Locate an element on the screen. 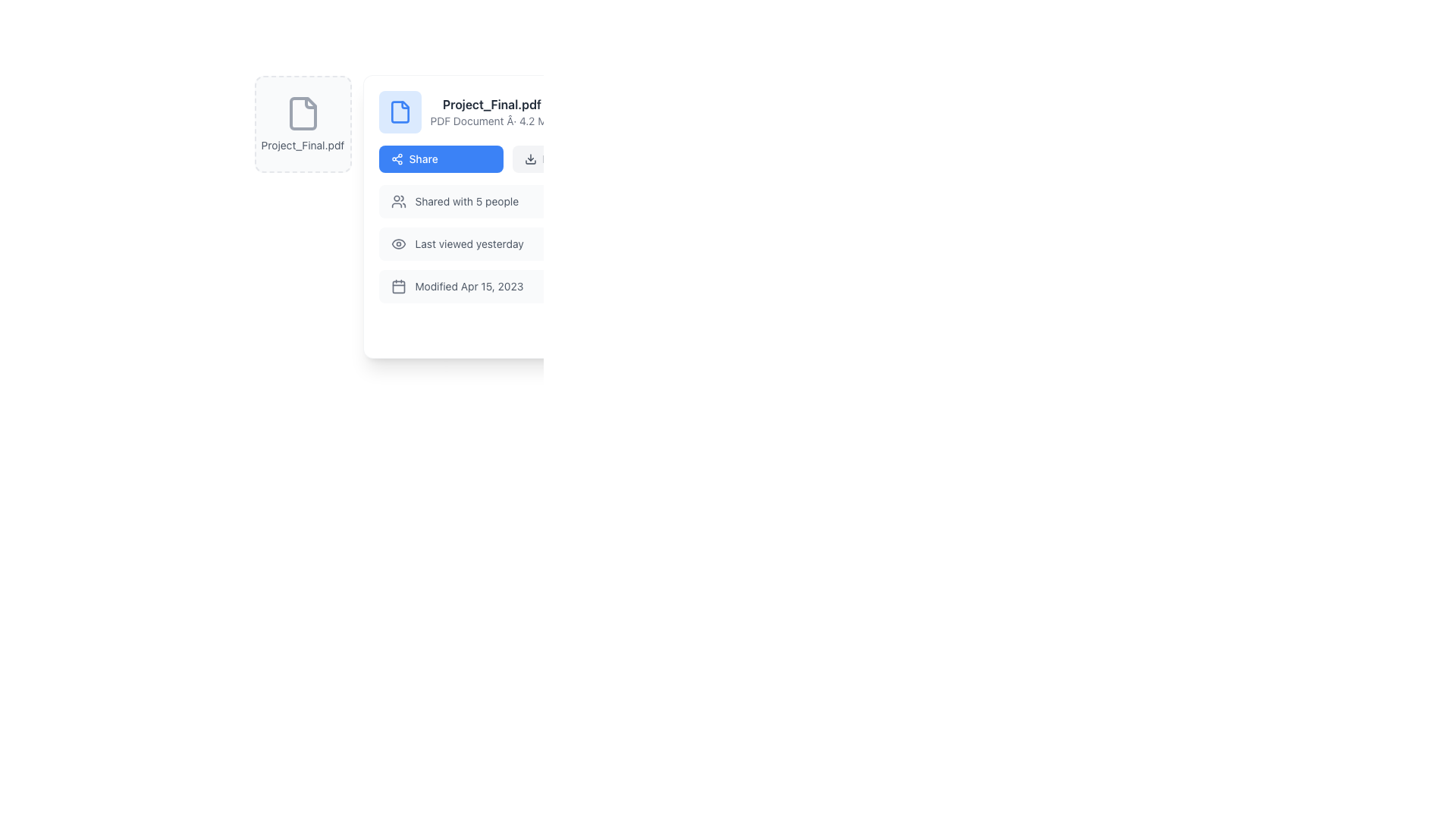 The image size is (1456, 819). the text label displaying 'Modified Apr 15, 2023' to associate this information with the file's metadata is located at coordinates (469, 287).